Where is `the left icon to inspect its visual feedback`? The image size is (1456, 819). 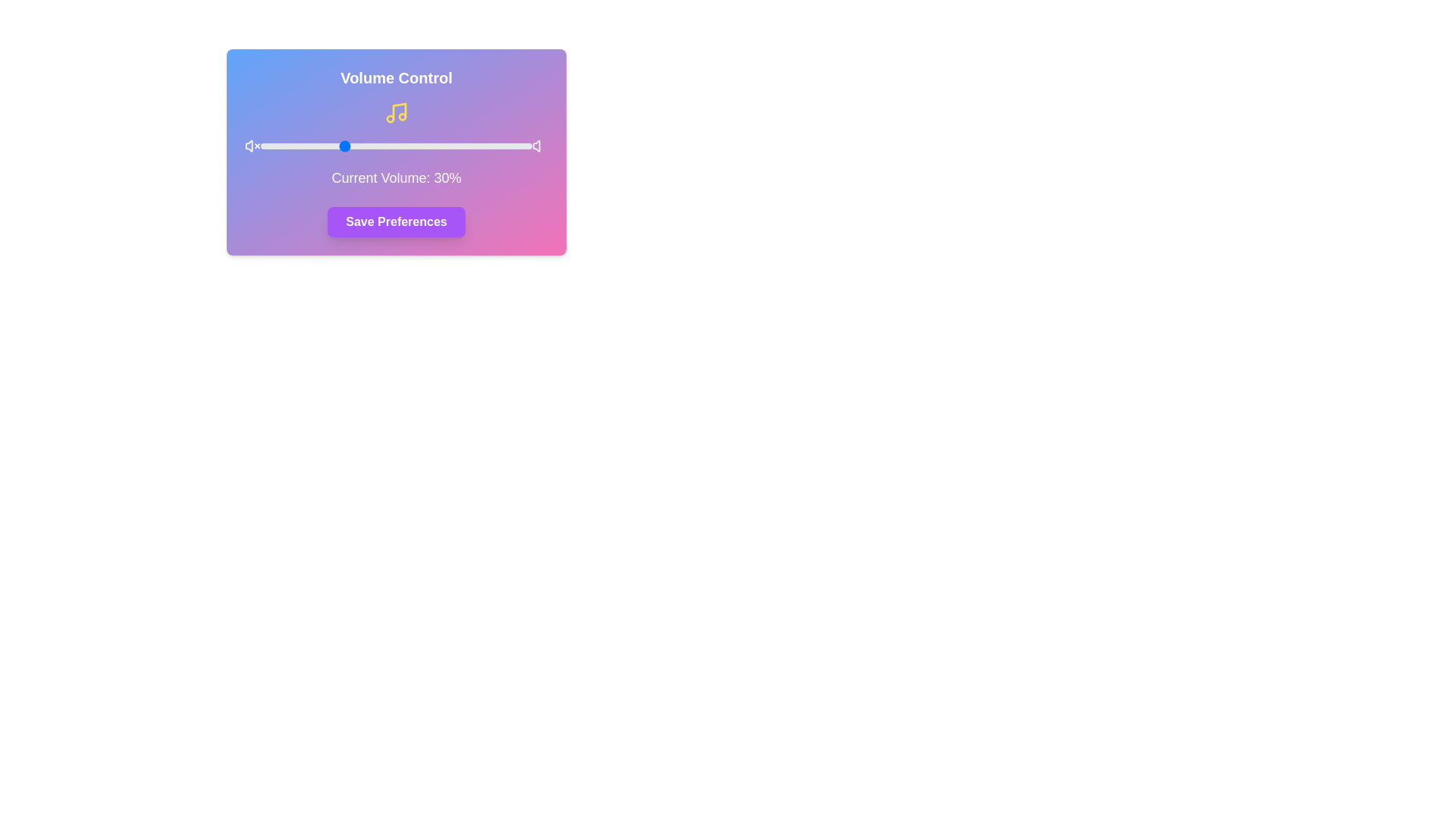 the left icon to inspect its visual feedback is located at coordinates (252, 146).